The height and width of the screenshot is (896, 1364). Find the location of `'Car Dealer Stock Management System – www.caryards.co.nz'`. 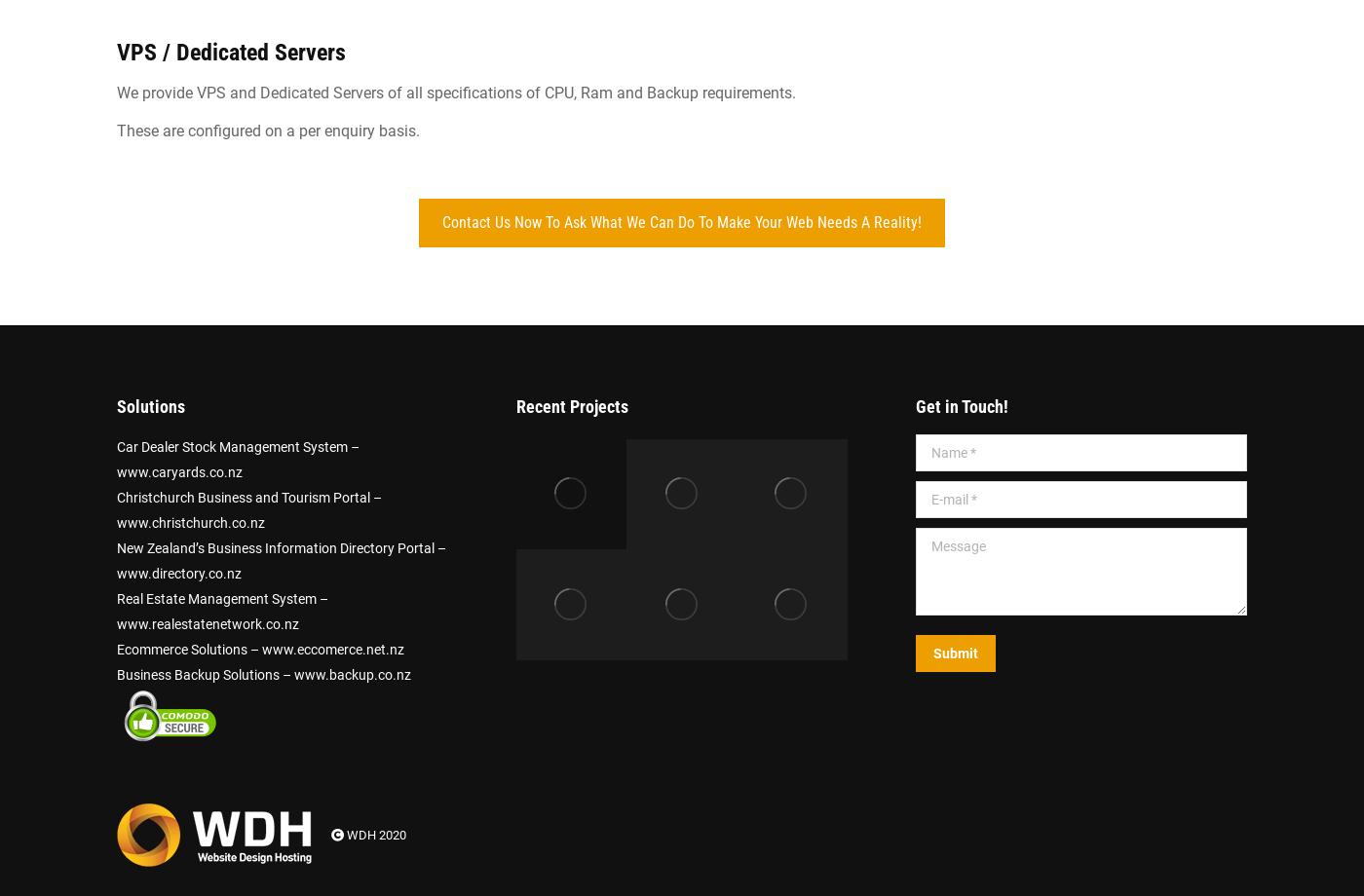

'Car Dealer Stock Management System – www.caryards.co.nz' is located at coordinates (238, 459).